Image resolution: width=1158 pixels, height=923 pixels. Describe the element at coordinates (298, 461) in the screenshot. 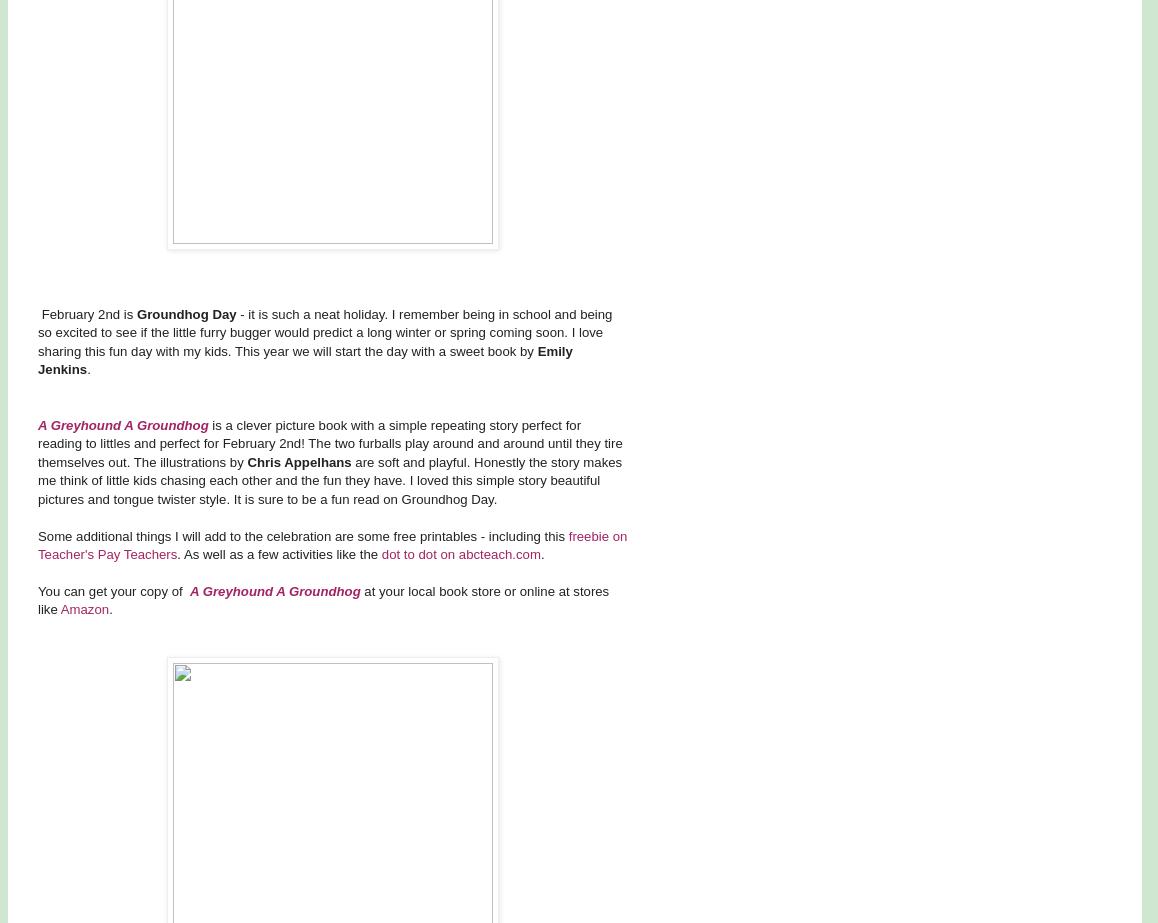

I see `'Chris Appelhans'` at that location.